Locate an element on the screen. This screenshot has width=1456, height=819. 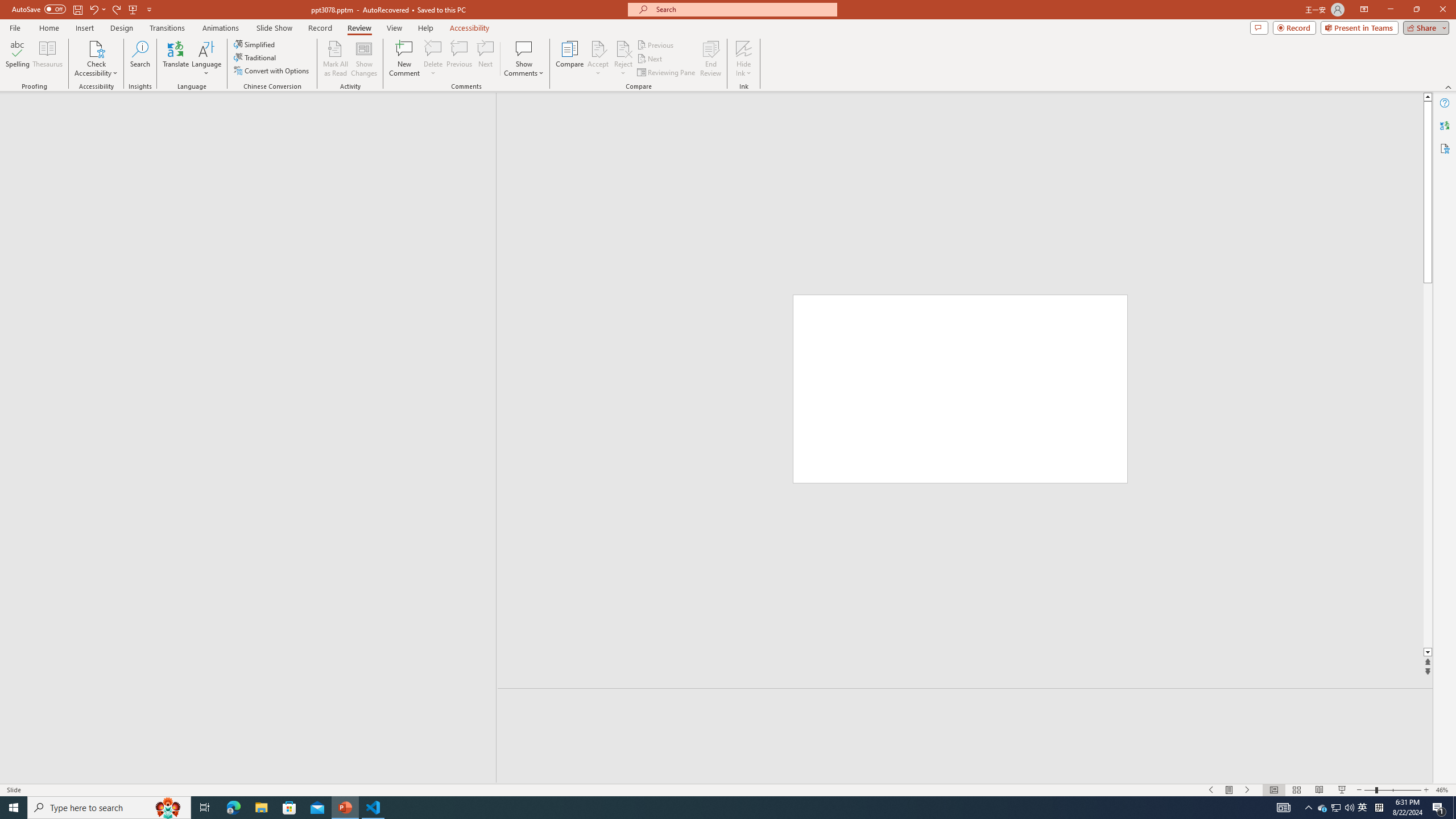
'Reject' is located at coordinates (622, 59).